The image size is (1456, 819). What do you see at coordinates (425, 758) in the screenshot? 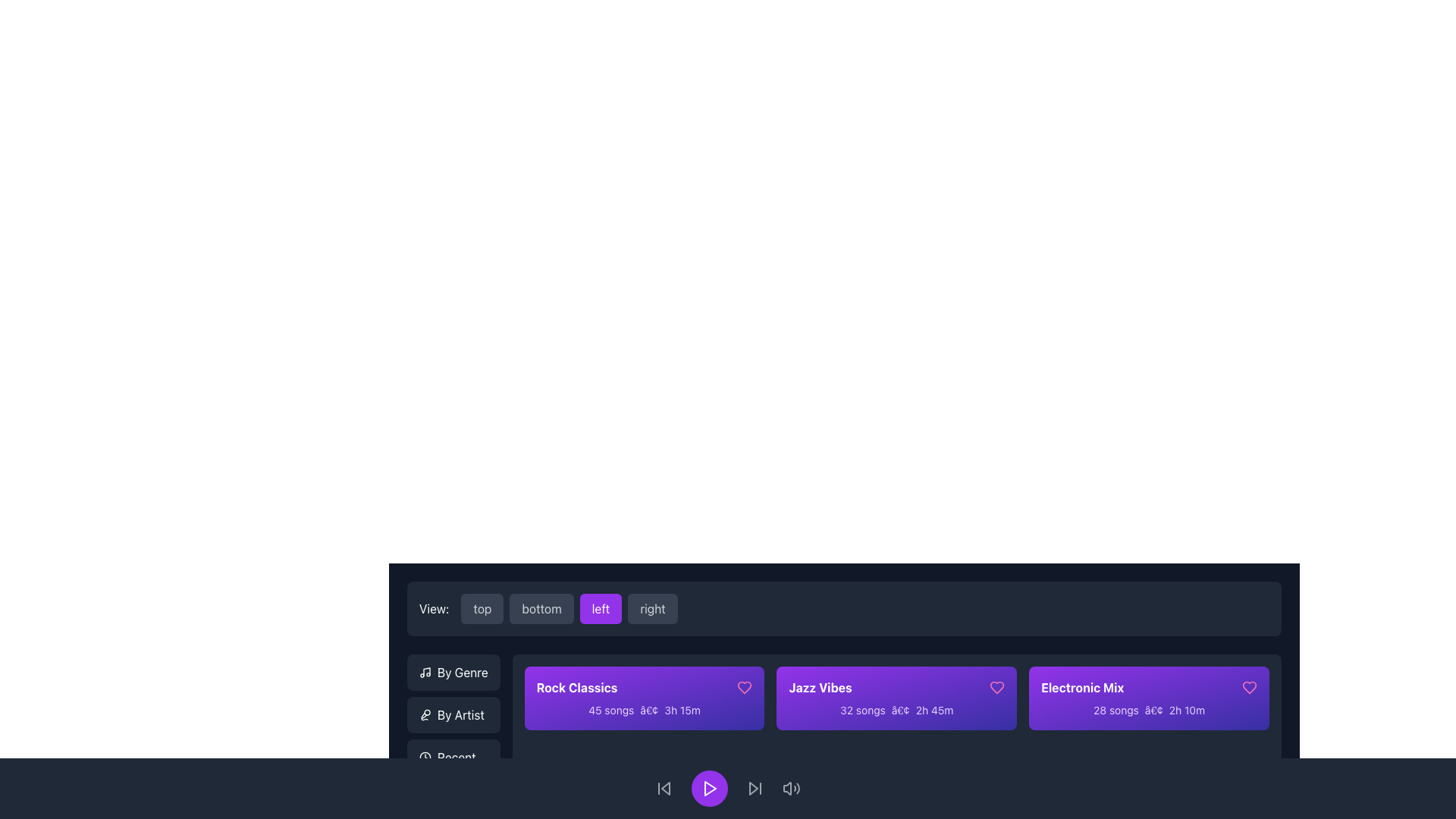
I see `the clock icon located immediately to the left of the 'Recent' text in the lower-left corner of the interface` at bounding box center [425, 758].